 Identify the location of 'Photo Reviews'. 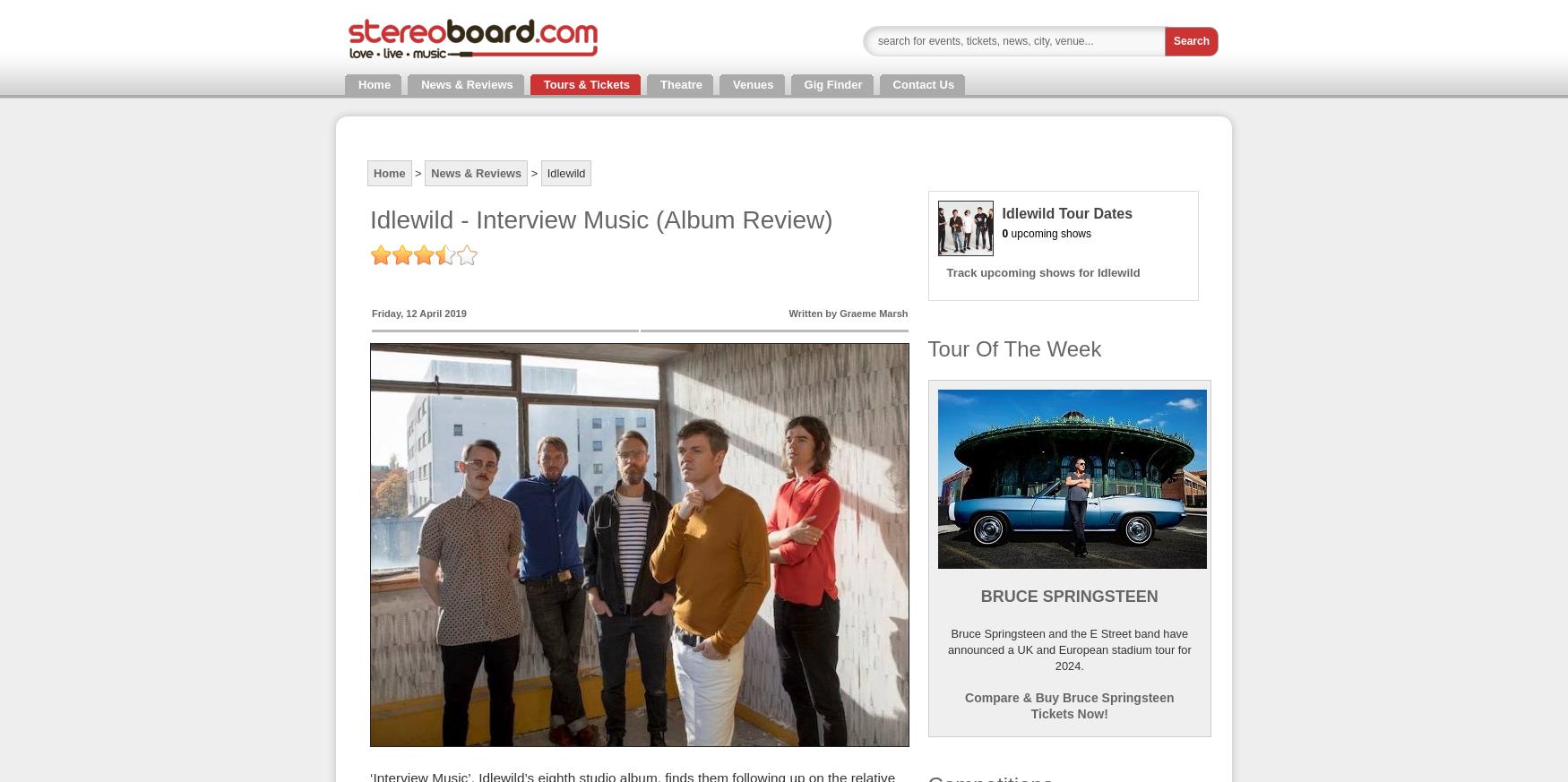
(102, 65).